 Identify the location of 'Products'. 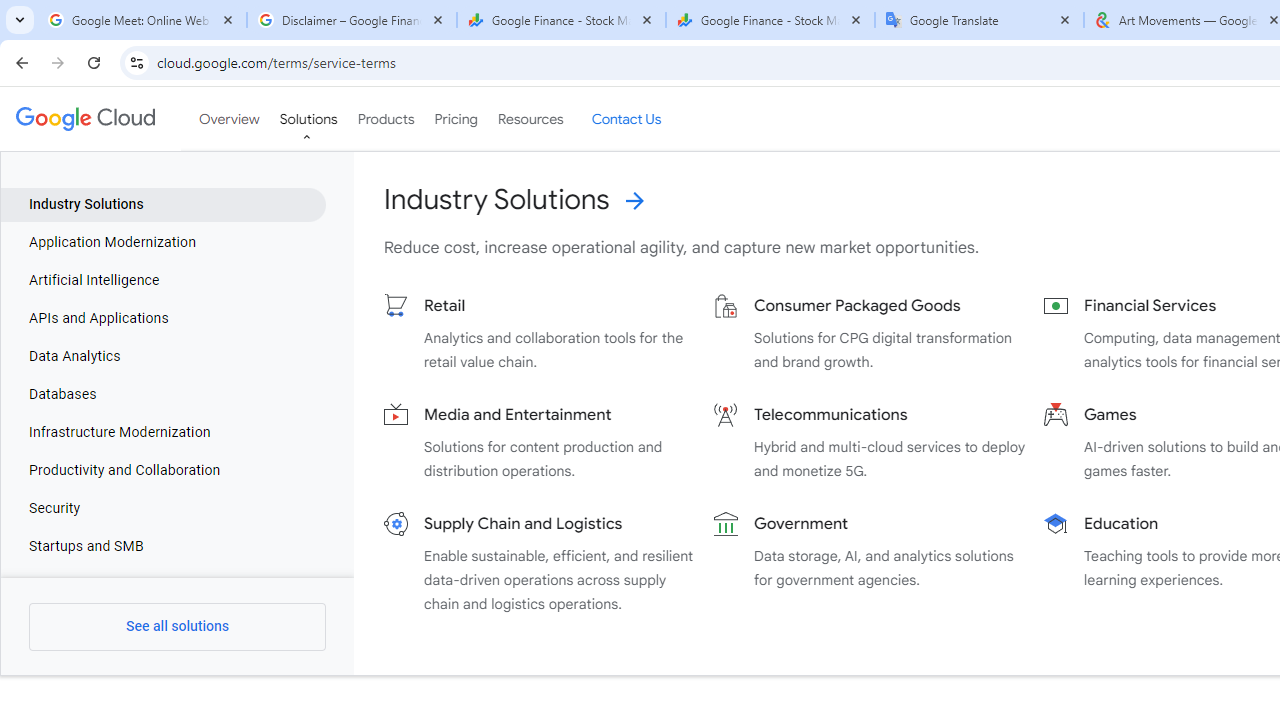
(385, 119).